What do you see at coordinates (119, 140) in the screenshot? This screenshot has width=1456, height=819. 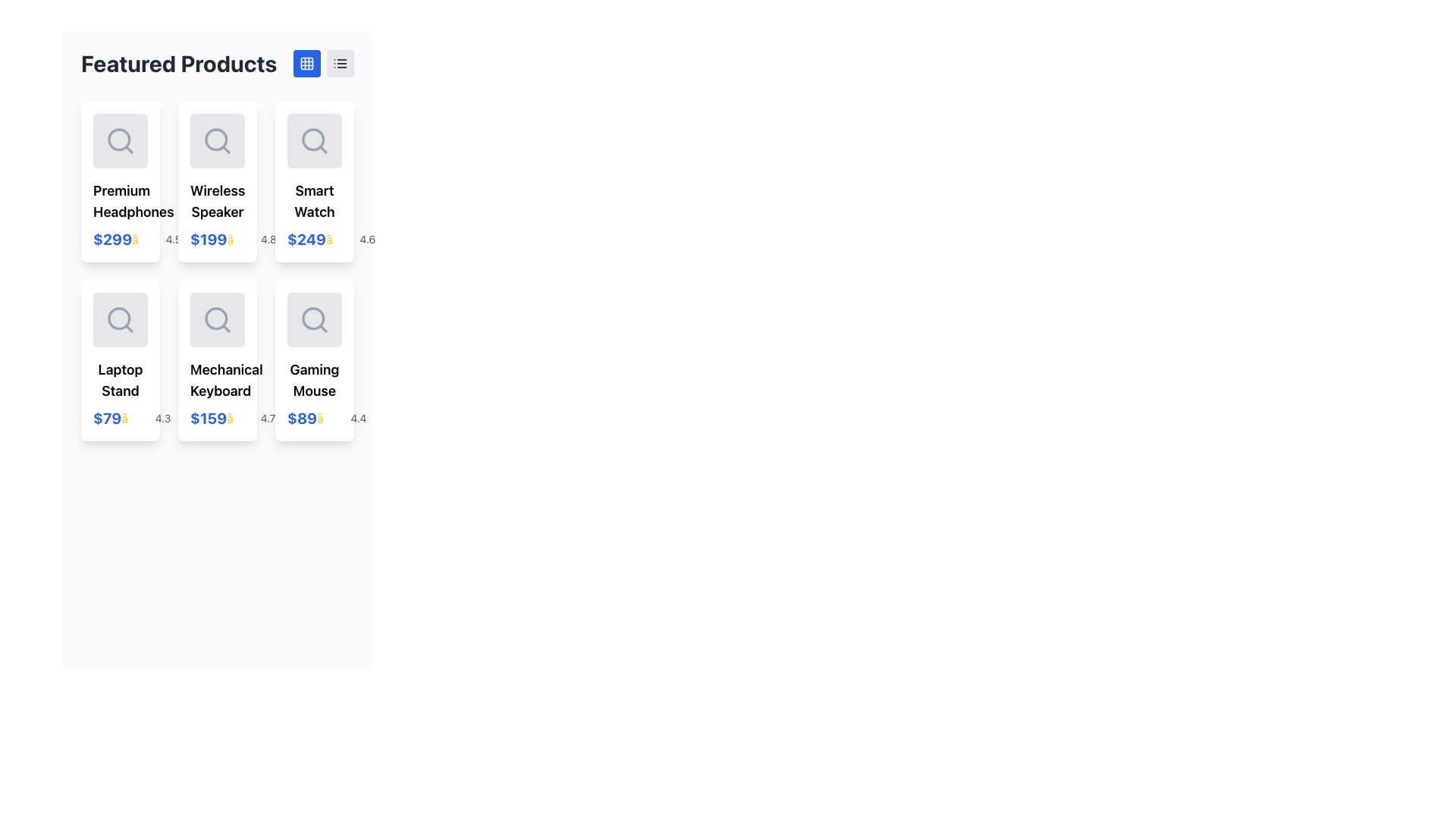 I see `the magnifying glass icon located in the upper section of the 'Premium Headphones' product card` at bounding box center [119, 140].